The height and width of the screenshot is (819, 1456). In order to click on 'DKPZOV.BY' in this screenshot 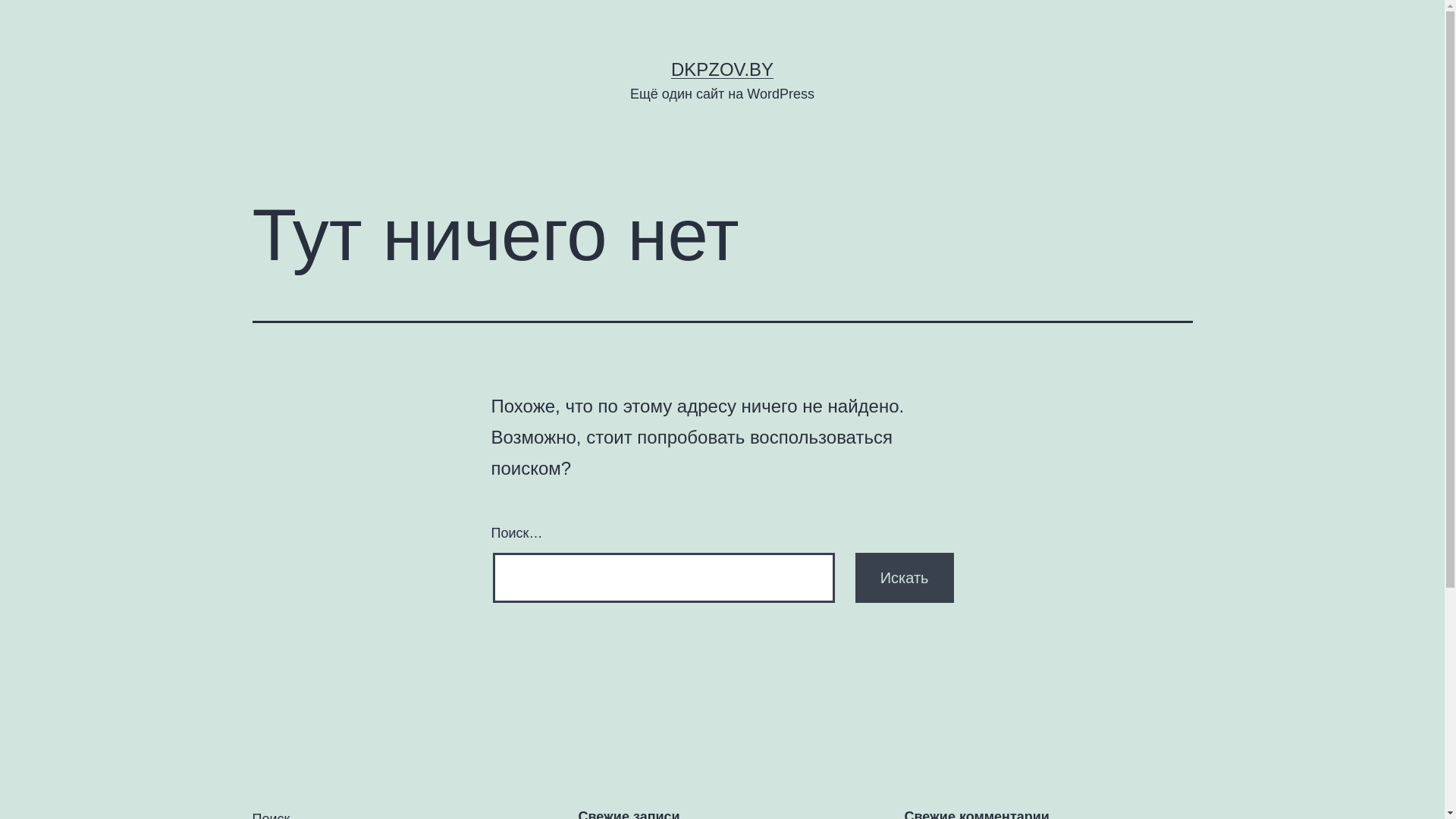, I will do `click(721, 69)`.